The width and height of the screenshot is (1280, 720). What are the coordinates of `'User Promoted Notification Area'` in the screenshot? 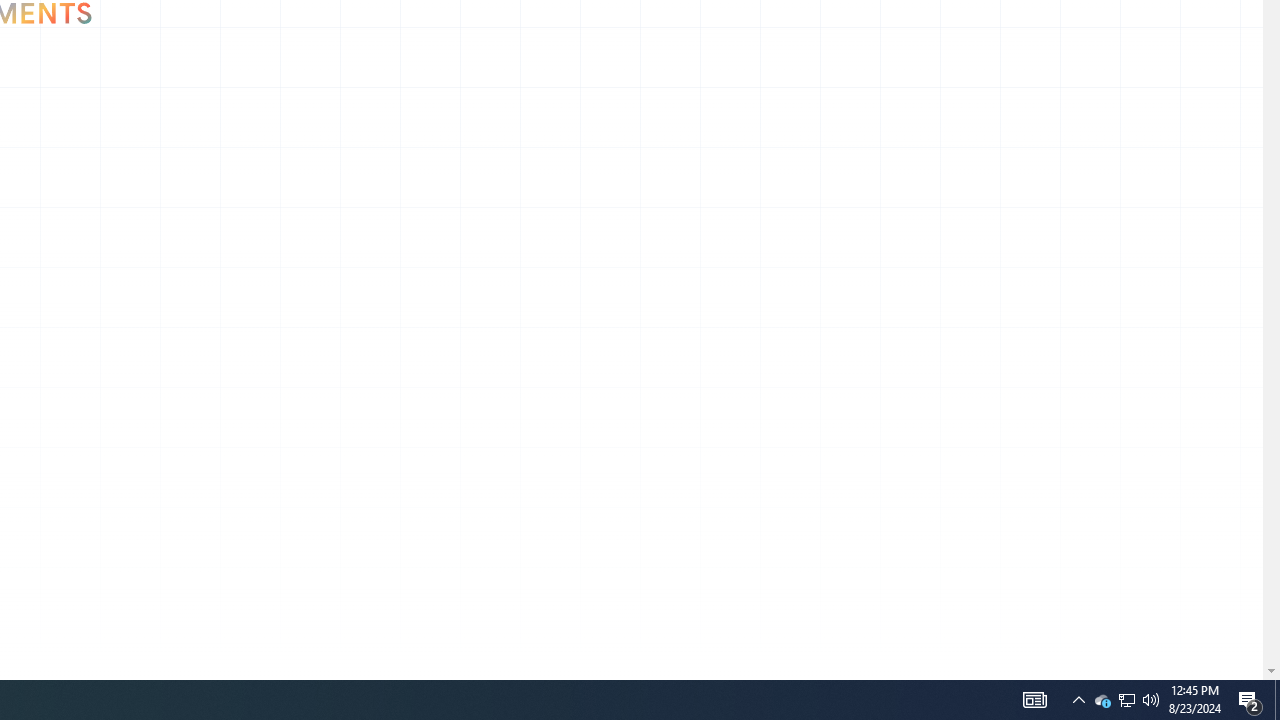 It's located at (1151, 698).